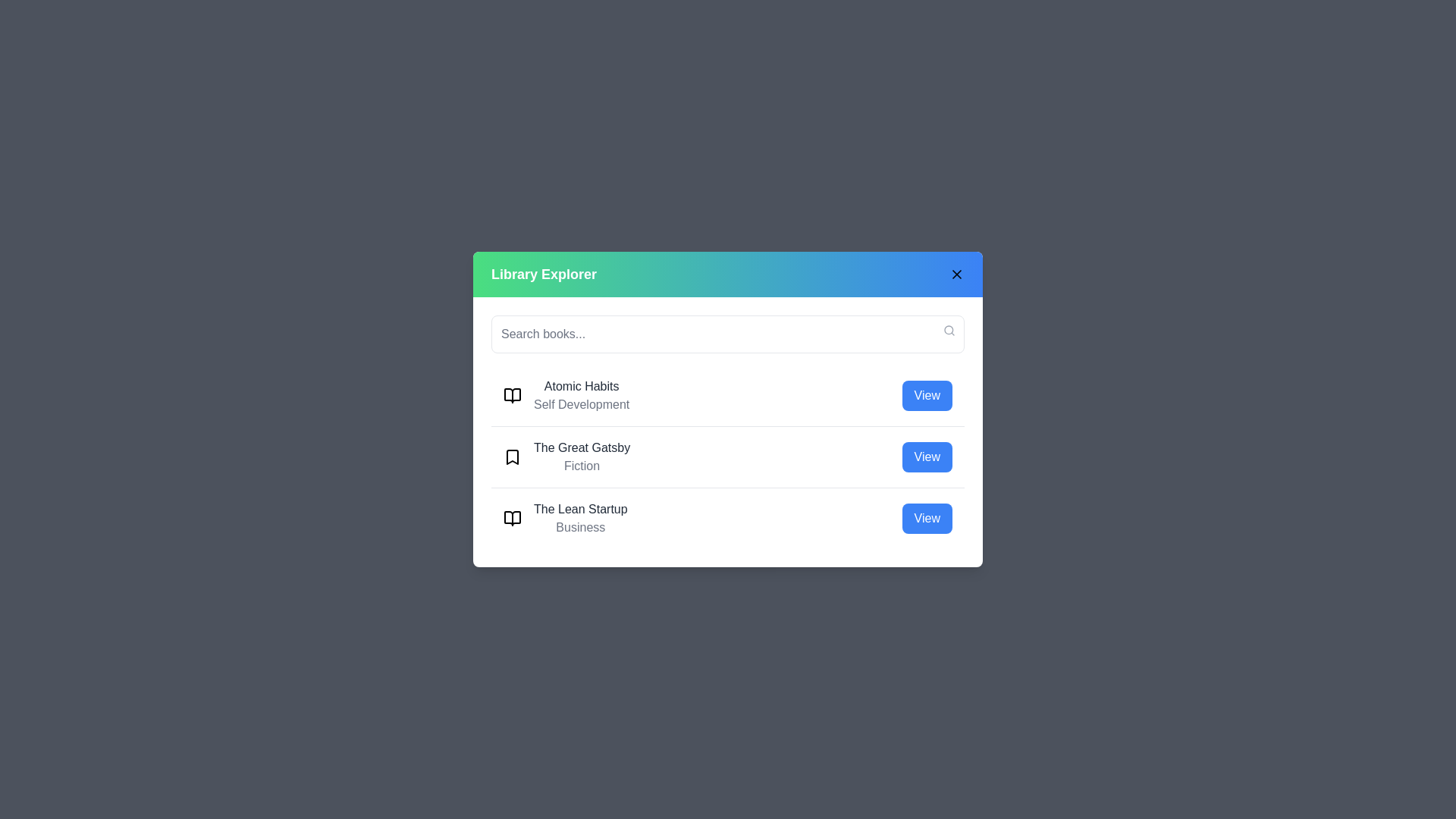  Describe the element at coordinates (926, 456) in the screenshot. I see `the book 'The Great Gatsby' to view its details` at that location.